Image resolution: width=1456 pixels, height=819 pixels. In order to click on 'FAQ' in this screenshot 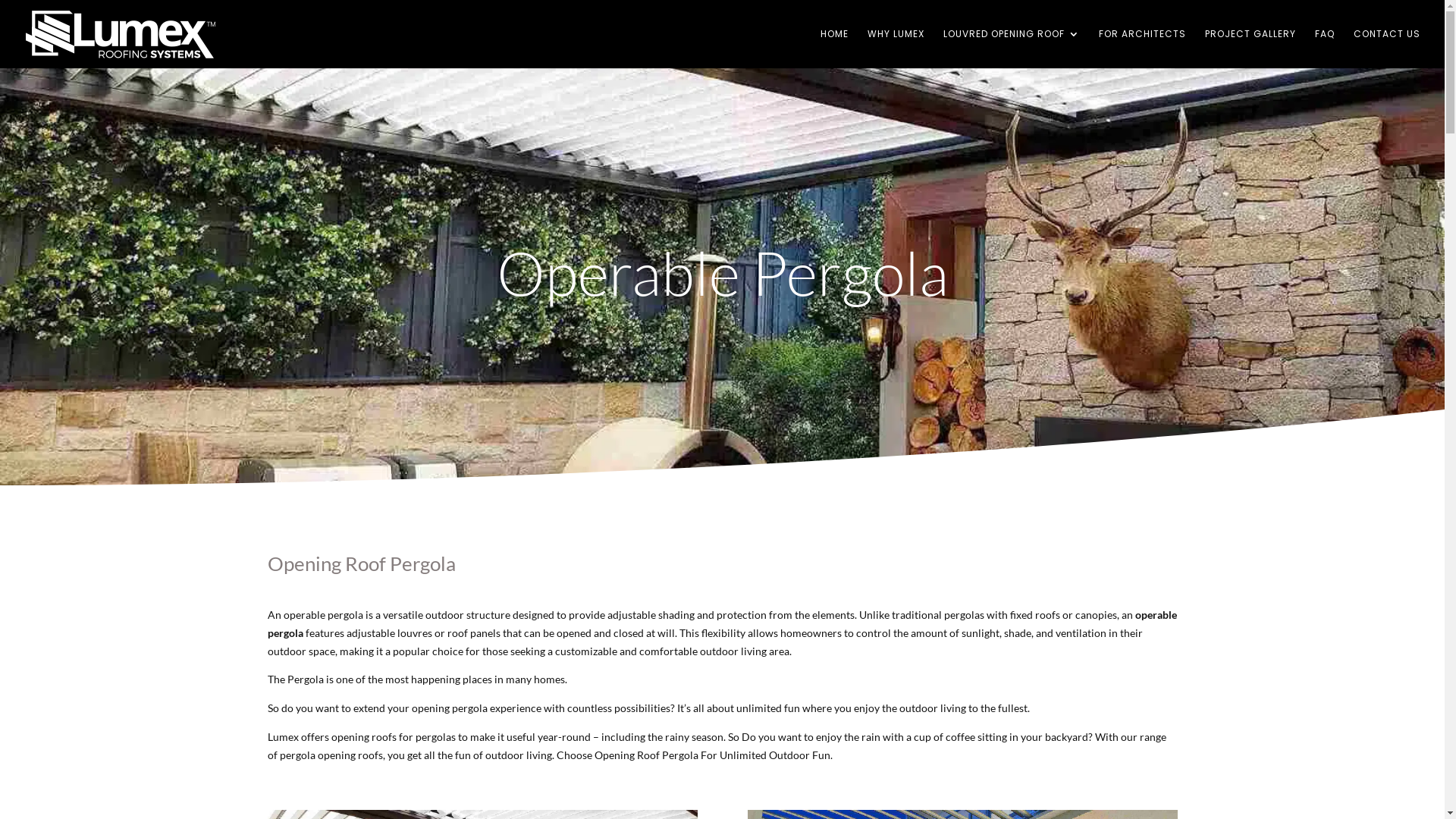, I will do `click(1324, 48)`.